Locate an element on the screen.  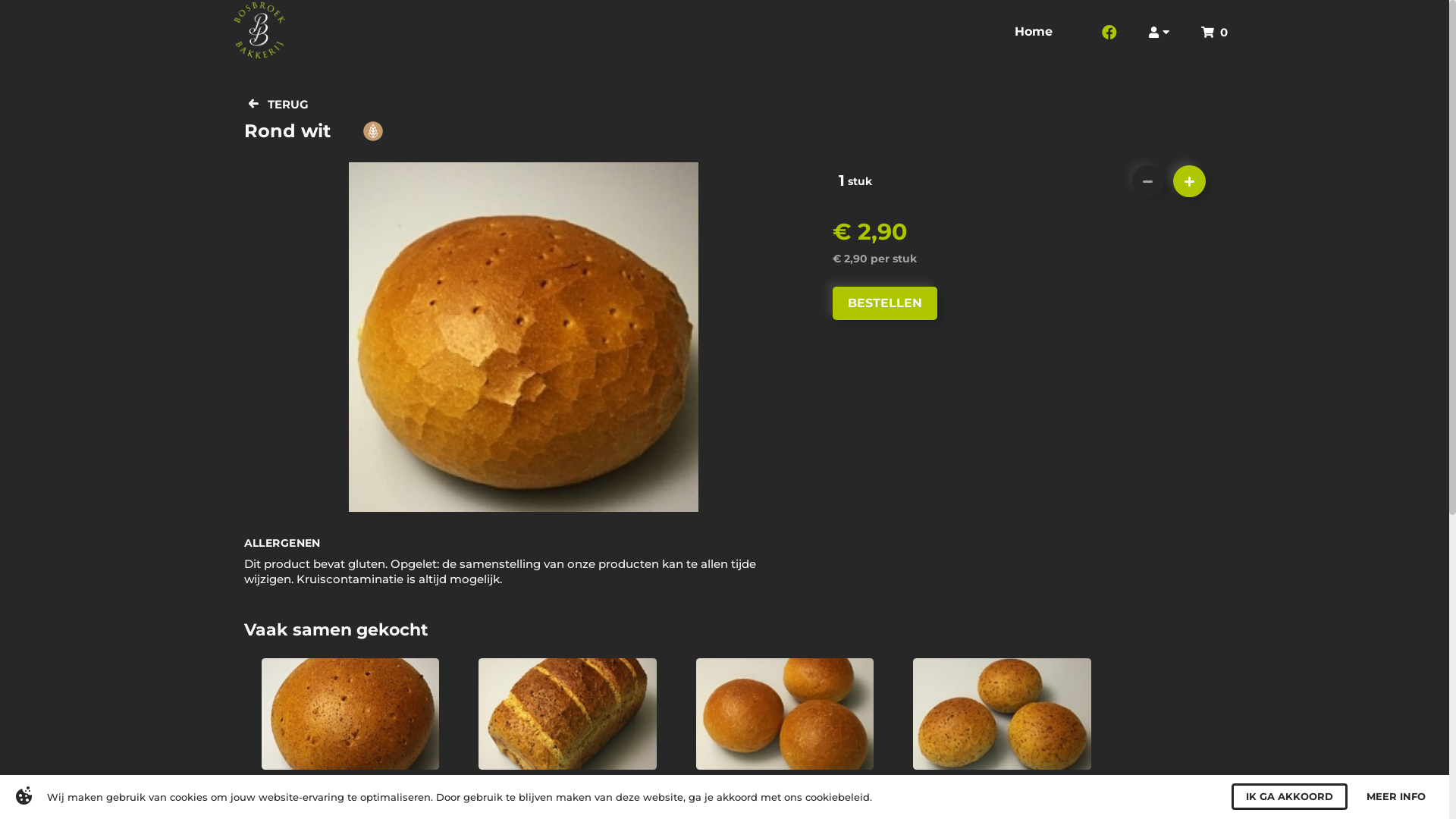
'I AGREE' is located at coordinates (1316, 795).